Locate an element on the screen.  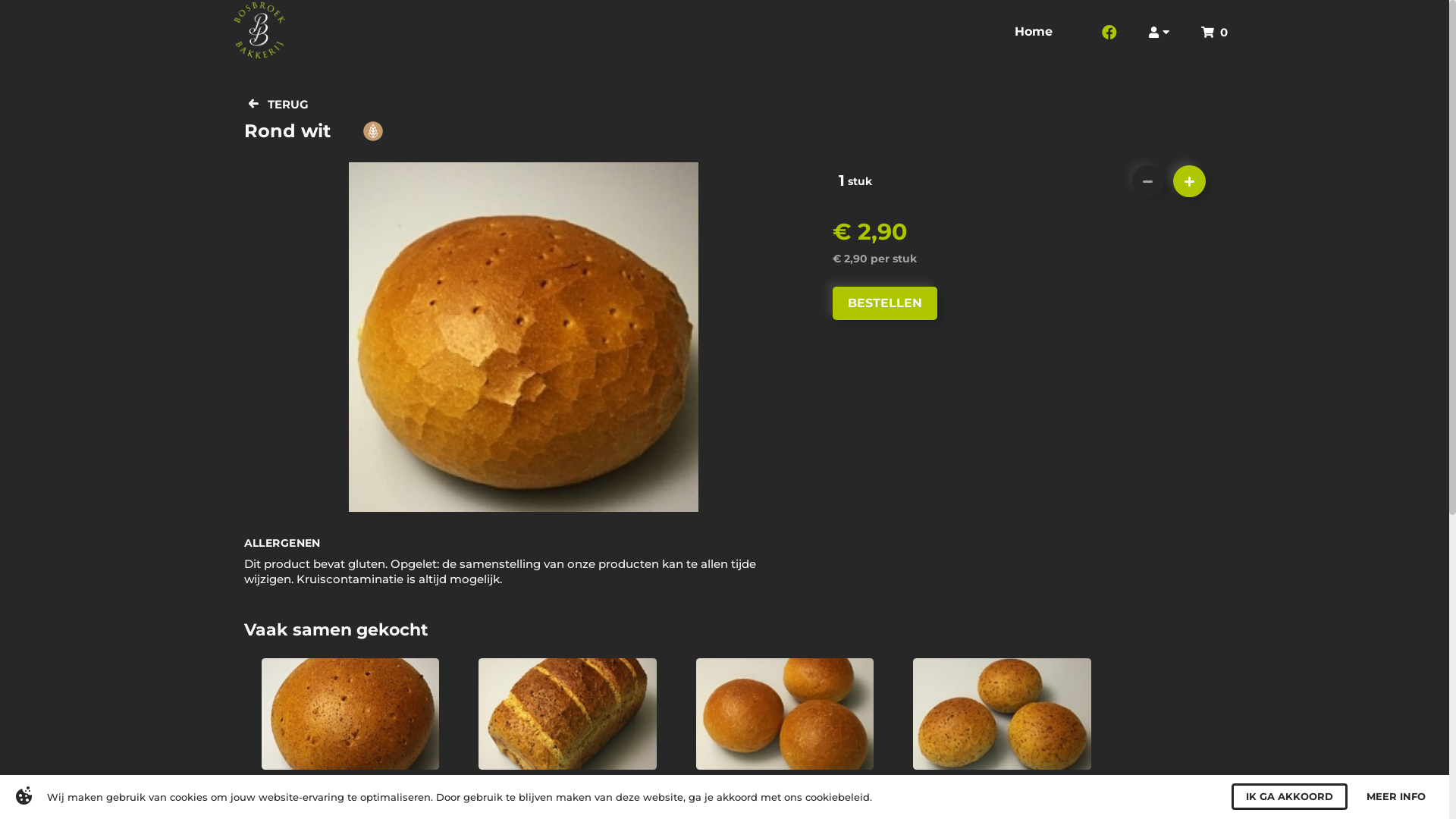
'I AGREE' is located at coordinates (1316, 795).